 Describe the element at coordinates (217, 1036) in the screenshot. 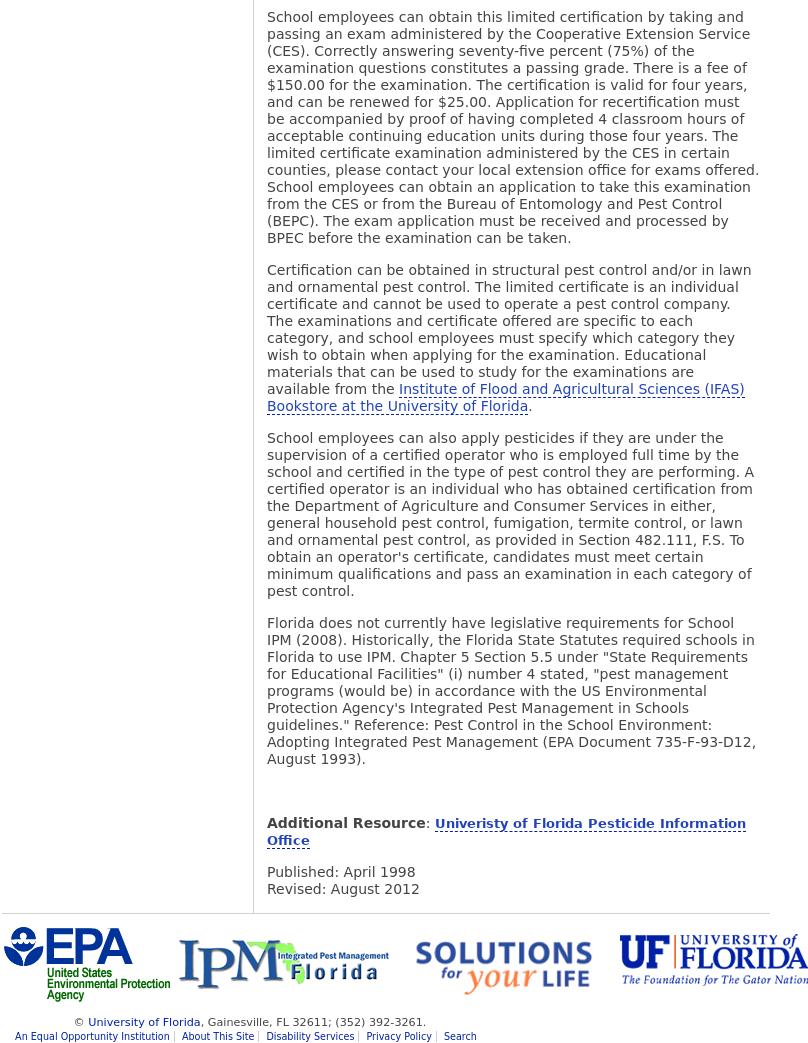

I see `'About This Site'` at that location.